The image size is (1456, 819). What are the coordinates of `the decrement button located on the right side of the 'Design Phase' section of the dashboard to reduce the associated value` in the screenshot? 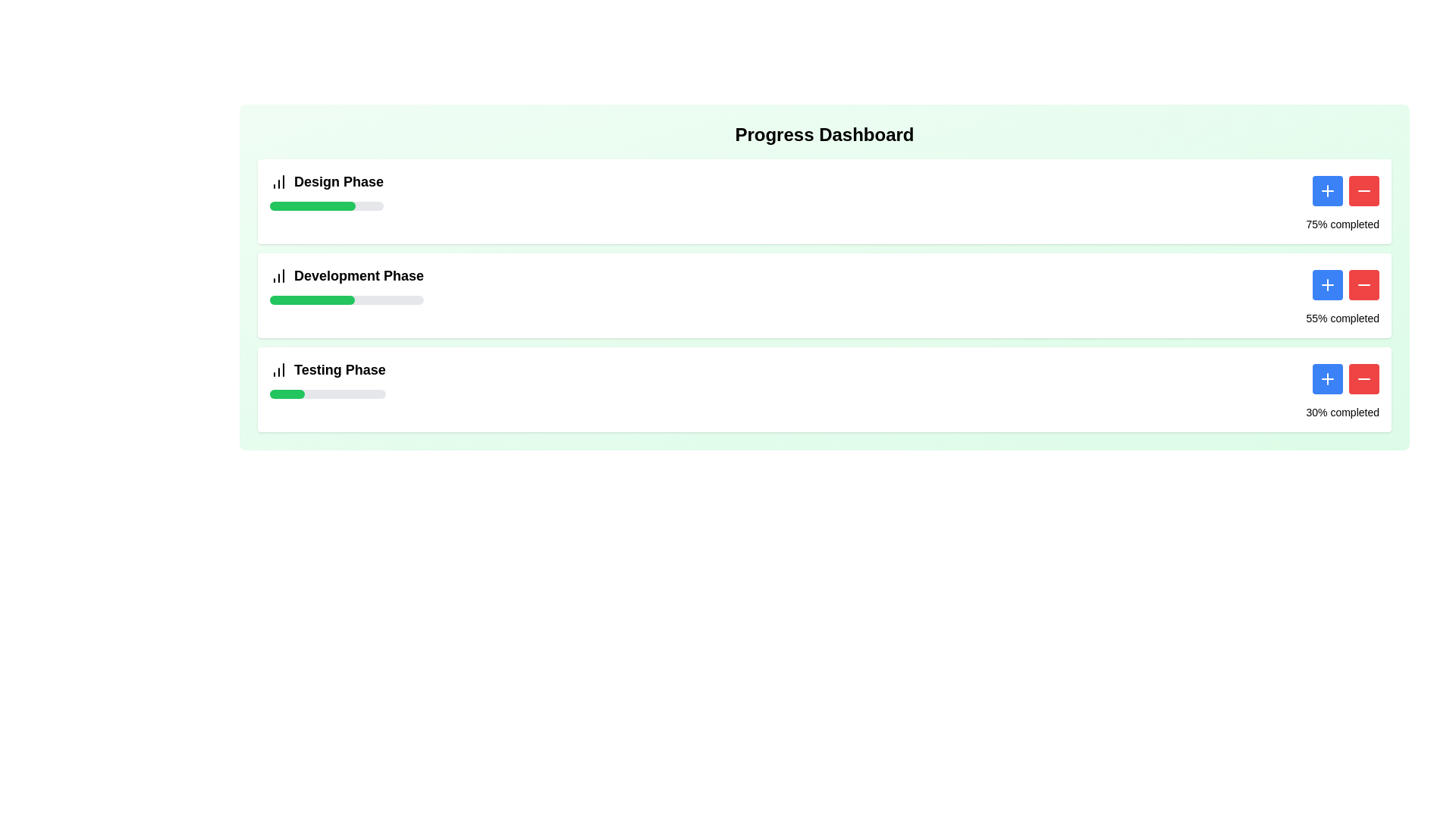 It's located at (1364, 190).